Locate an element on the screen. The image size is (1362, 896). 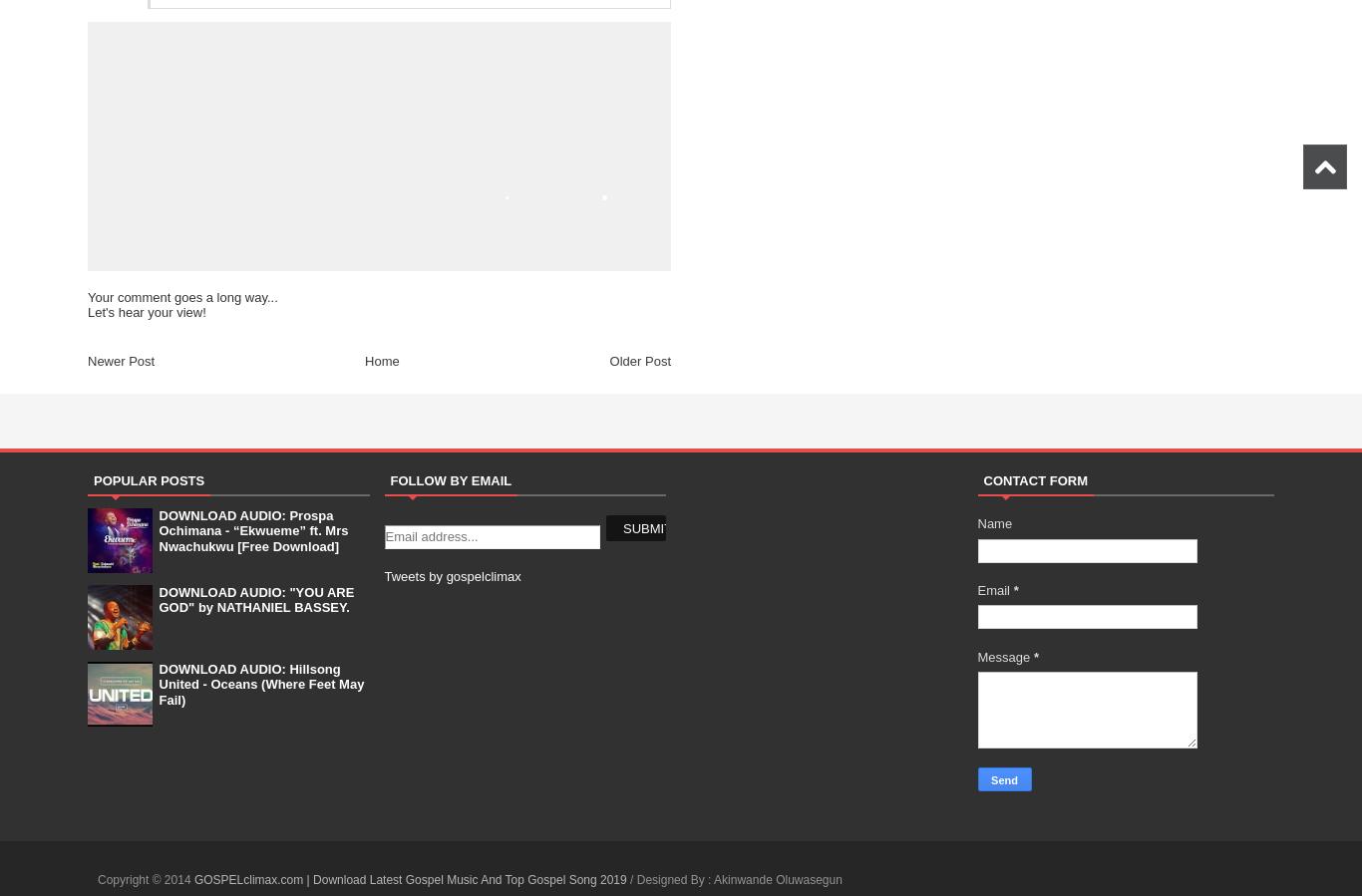
'Message' is located at coordinates (1004, 655).